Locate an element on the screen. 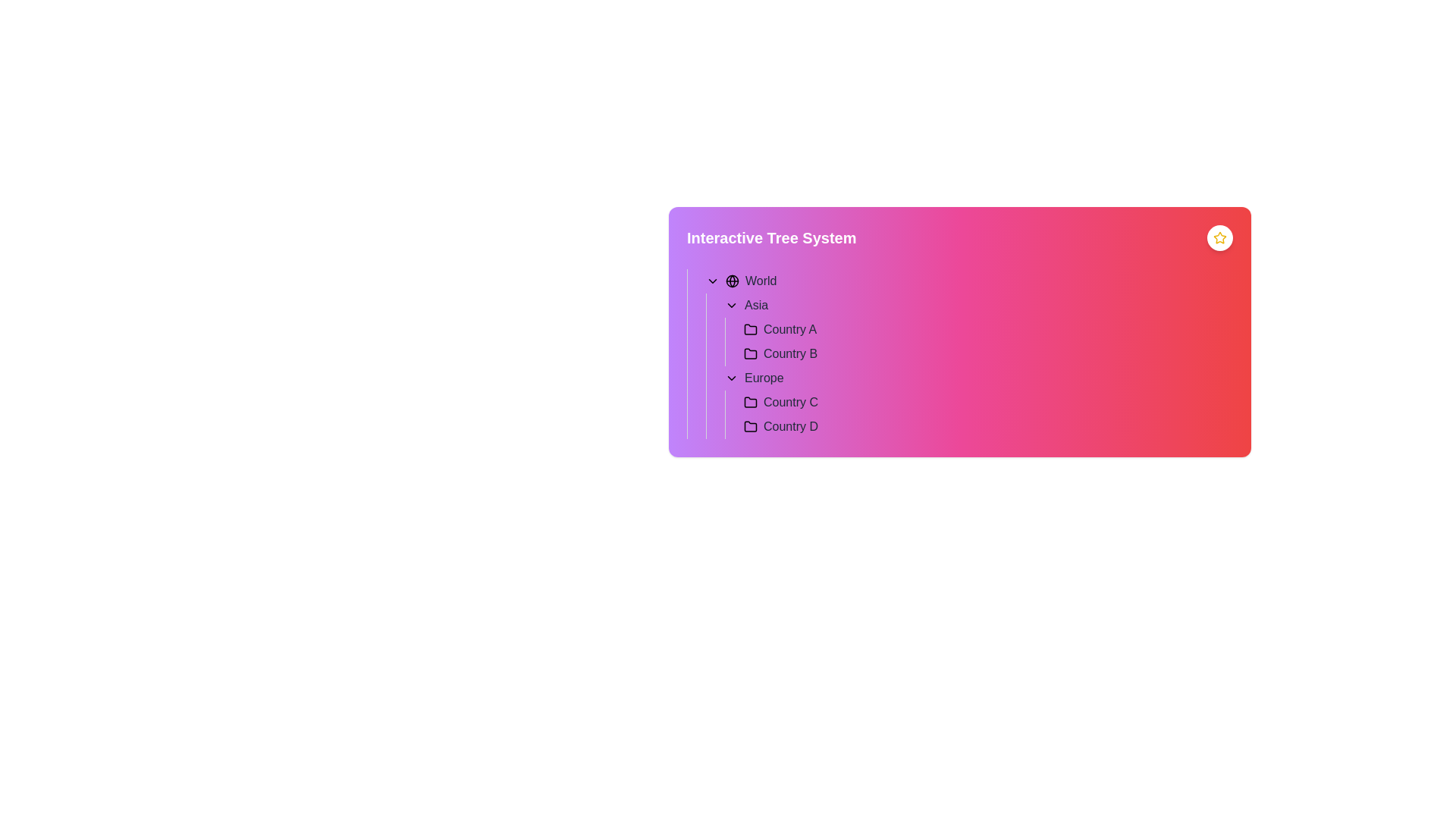 The height and width of the screenshot is (819, 1456). the icon button located at the top-right corner of the red gradient section, to the right of the 'Interactive Tree System' title is located at coordinates (1219, 237).